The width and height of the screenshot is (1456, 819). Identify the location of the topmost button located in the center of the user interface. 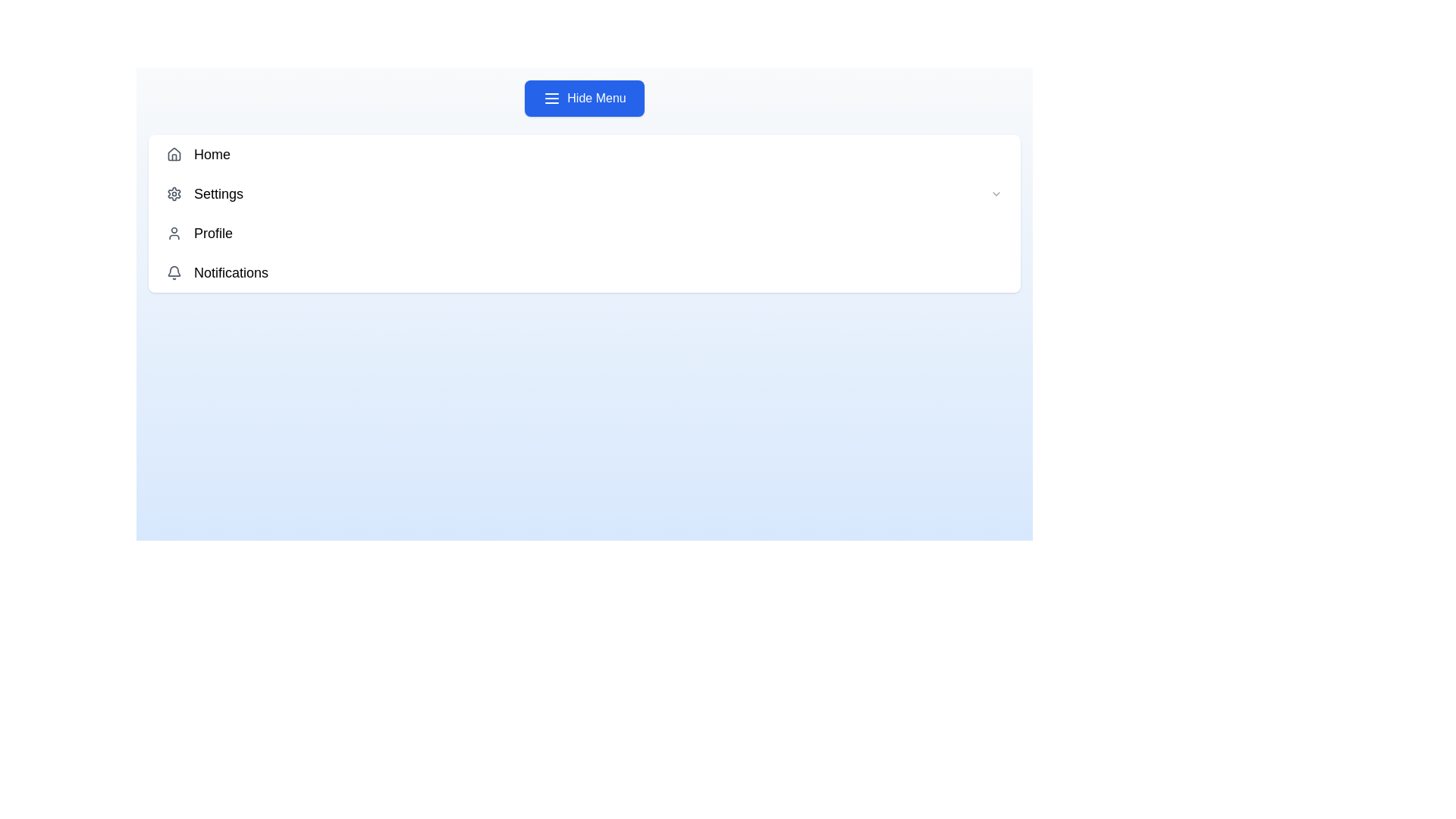
(584, 99).